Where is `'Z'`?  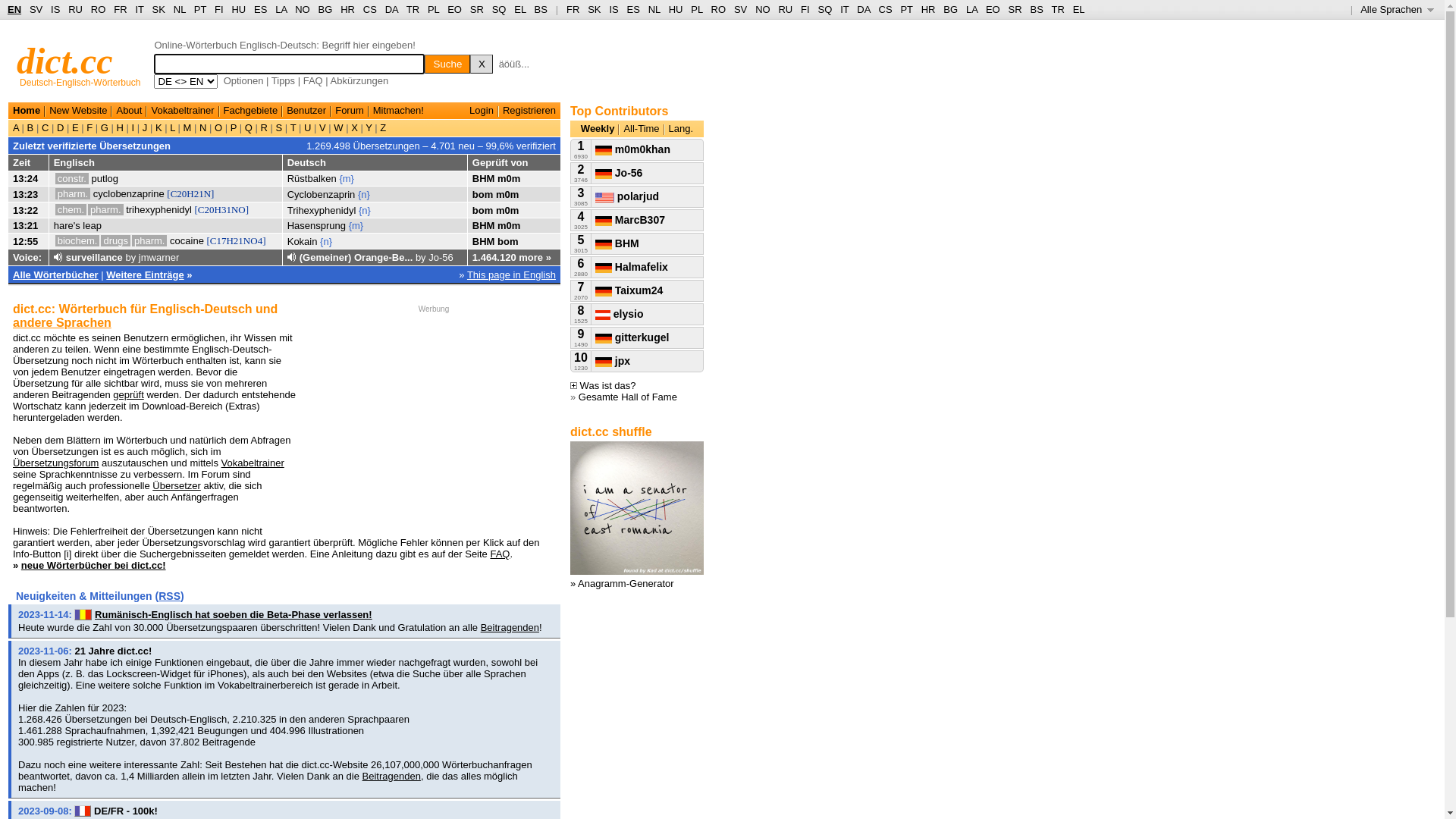
'Z' is located at coordinates (382, 127).